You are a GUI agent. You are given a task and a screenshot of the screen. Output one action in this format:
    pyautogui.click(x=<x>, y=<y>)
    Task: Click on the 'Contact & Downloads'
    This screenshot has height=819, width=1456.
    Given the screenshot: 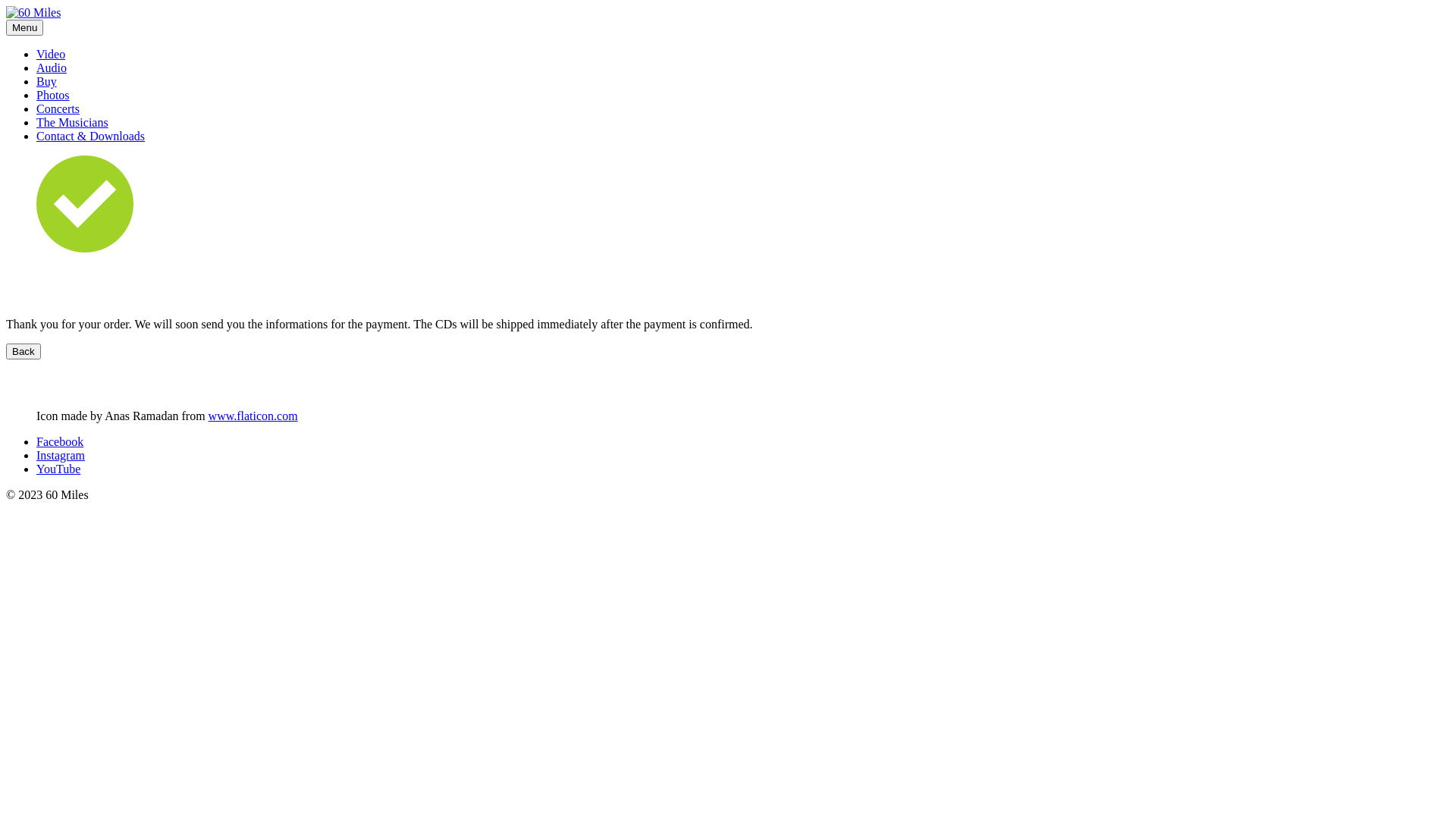 What is the action you would take?
    pyautogui.click(x=89, y=135)
    